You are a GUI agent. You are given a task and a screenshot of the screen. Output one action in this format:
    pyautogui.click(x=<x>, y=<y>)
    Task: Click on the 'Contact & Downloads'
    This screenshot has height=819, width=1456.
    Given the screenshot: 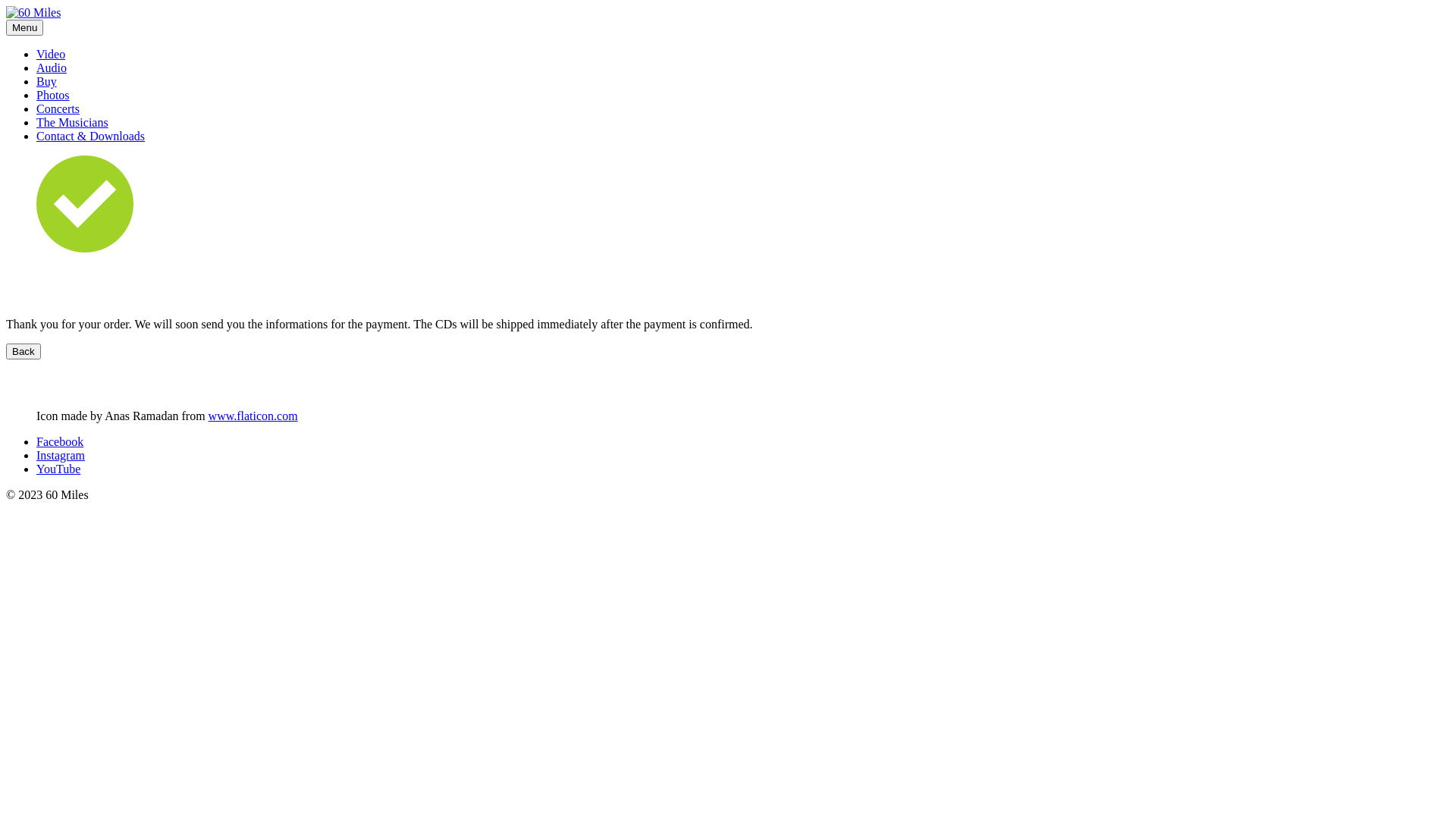 What is the action you would take?
    pyautogui.click(x=89, y=135)
    